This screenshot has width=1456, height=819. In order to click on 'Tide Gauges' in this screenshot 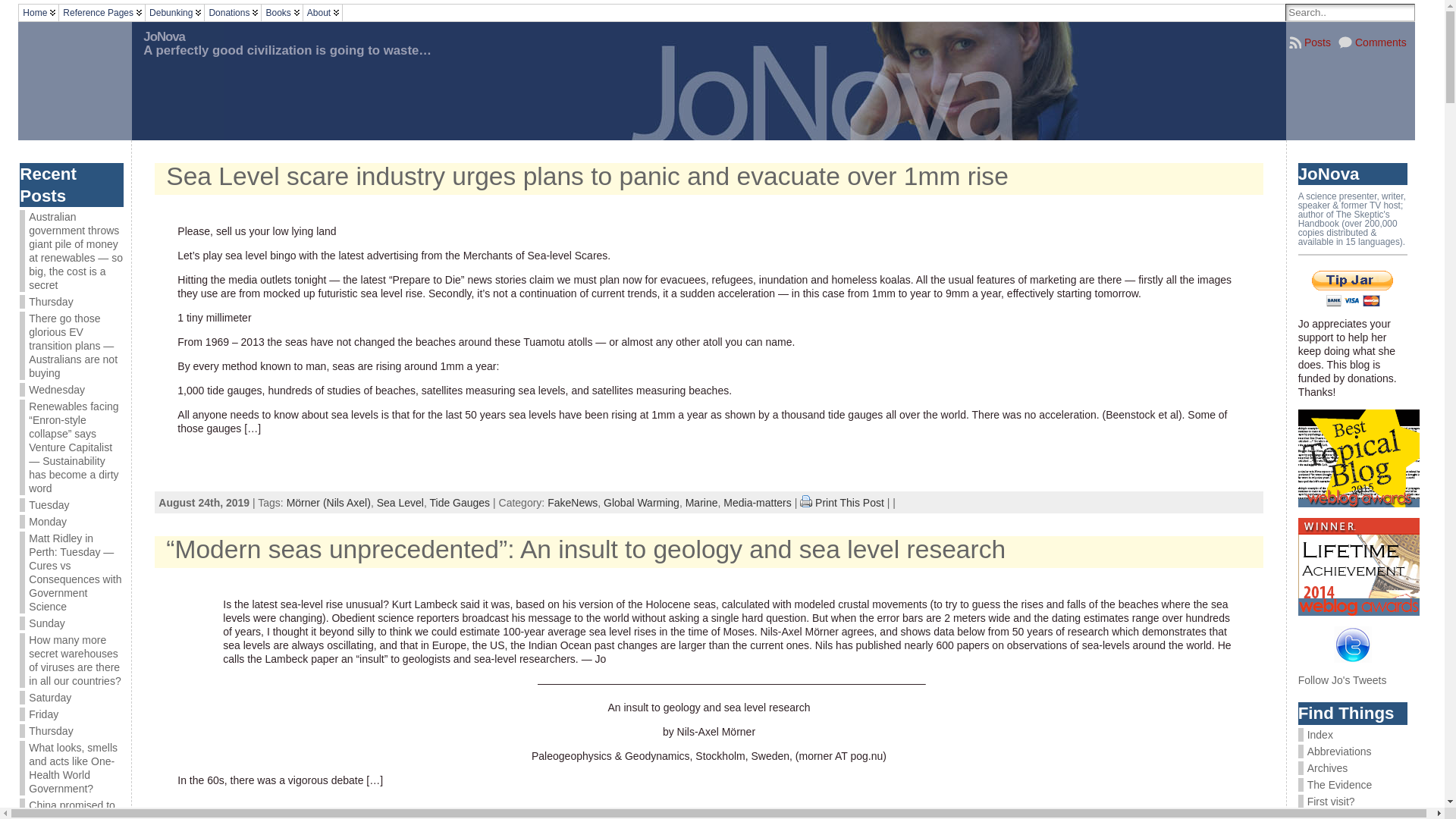, I will do `click(458, 503)`.